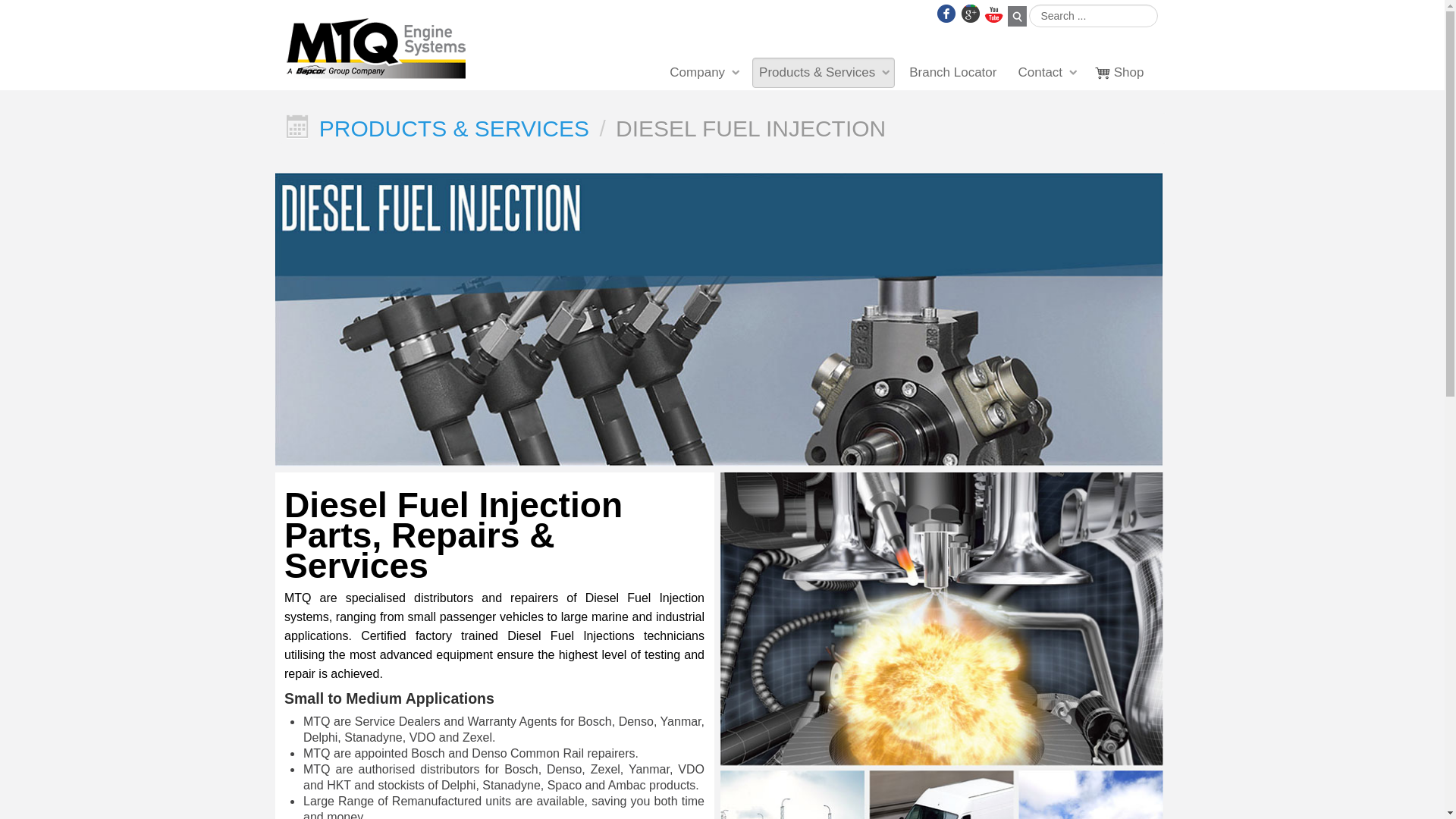 The width and height of the screenshot is (1456, 819). What do you see at coordinates (1012, 73) in the screenshot?
I see `'Contact'` at bounding box center [1012, 73].